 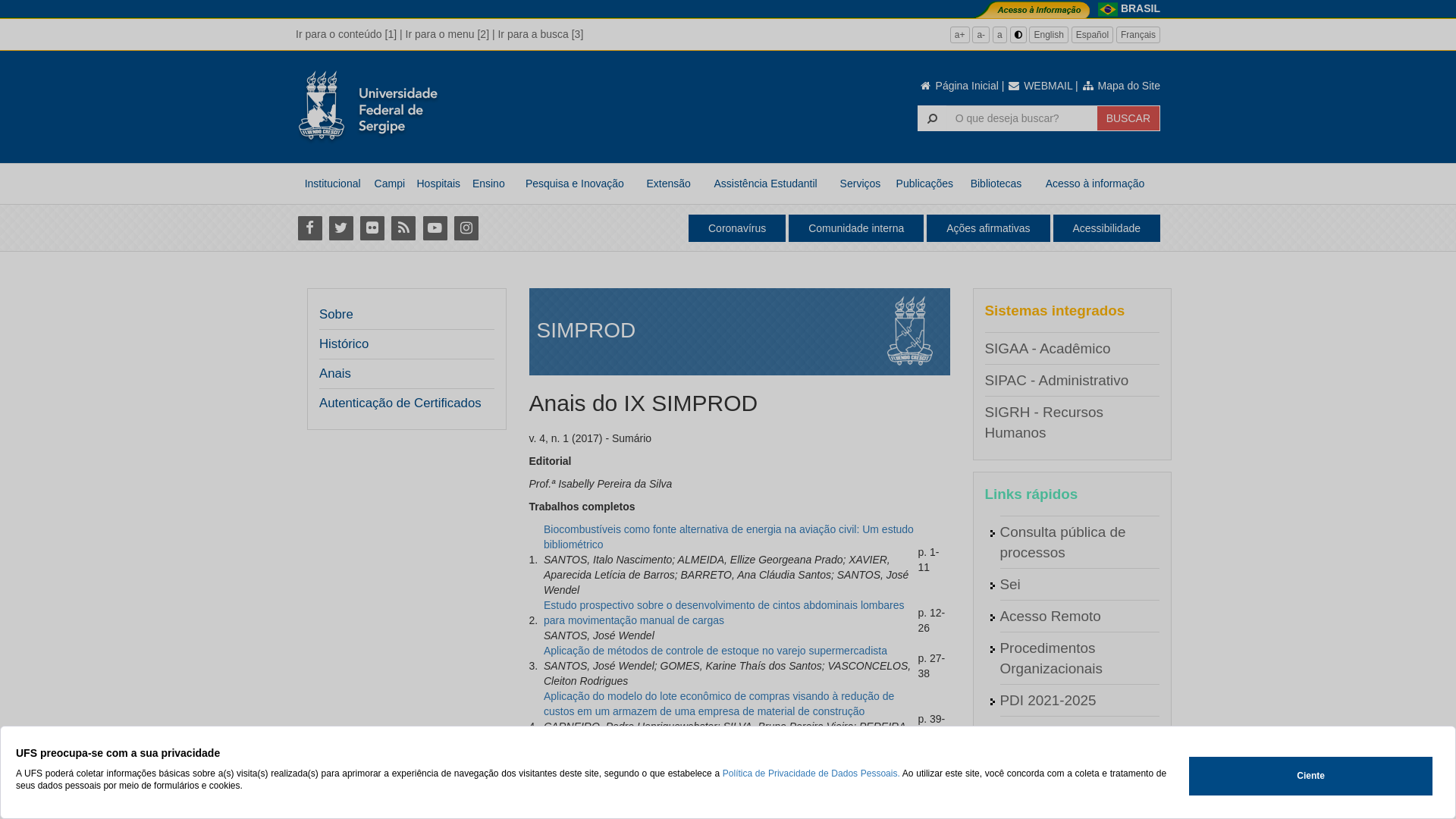 What do you see at coordinates (372, 227) in the screenshot?
I see `'Flickr'` at bounding box center [372, 227].